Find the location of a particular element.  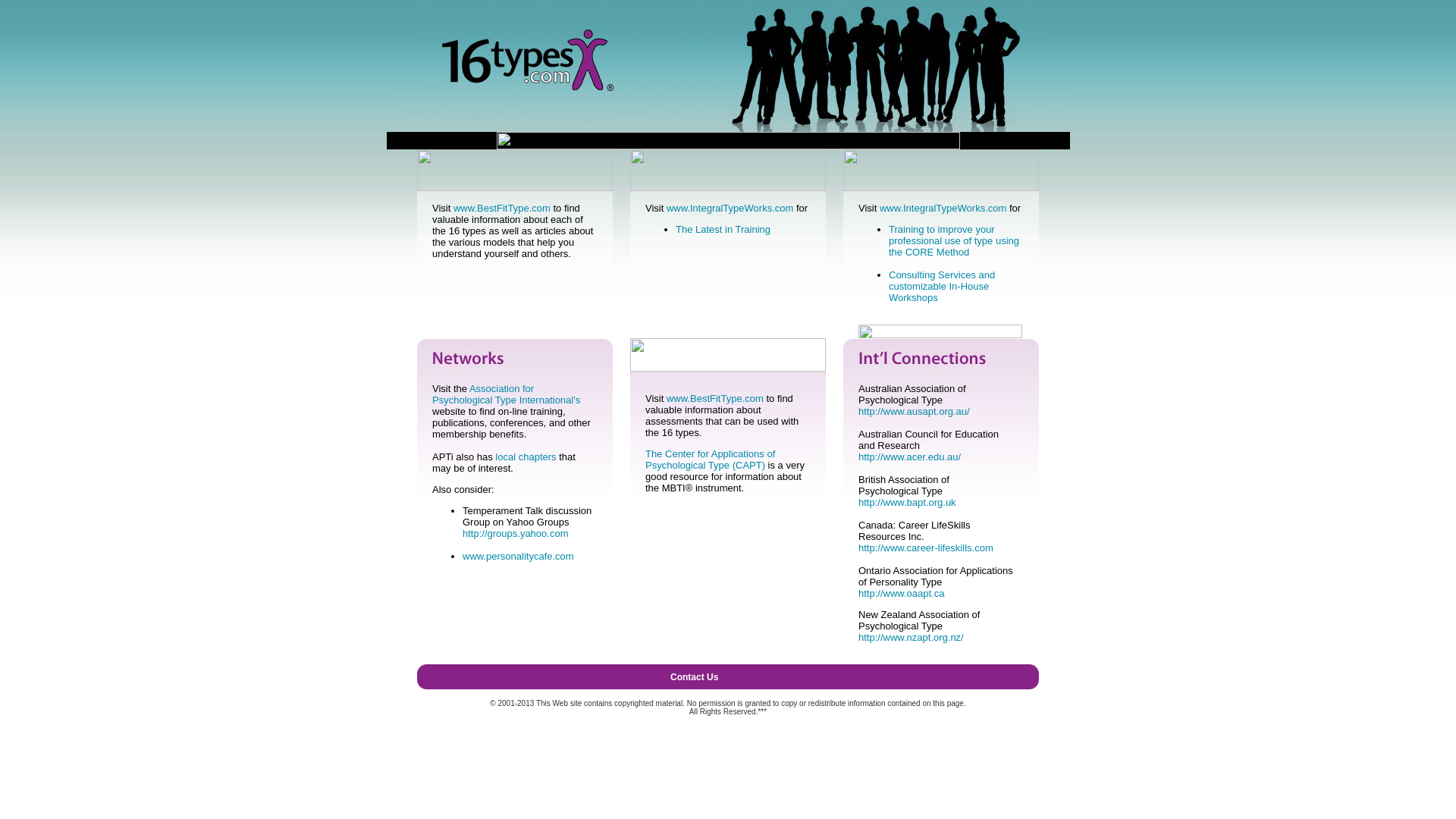

'Contact Us' is located at coordinates (669, 676).